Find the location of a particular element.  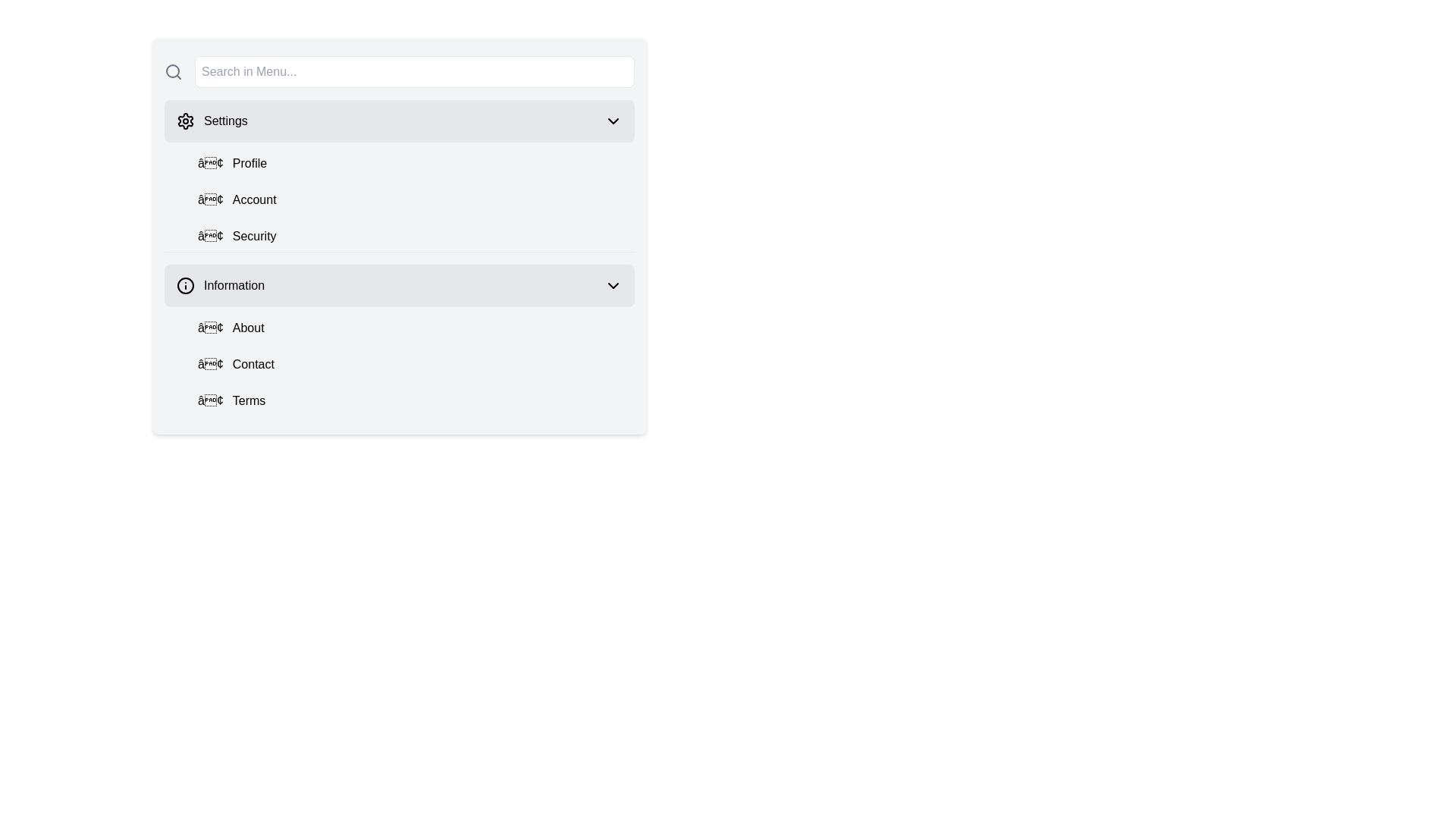

the settings icon located to the left of the 'Settings' label within the settings menu is located at coordinates (184, 120).